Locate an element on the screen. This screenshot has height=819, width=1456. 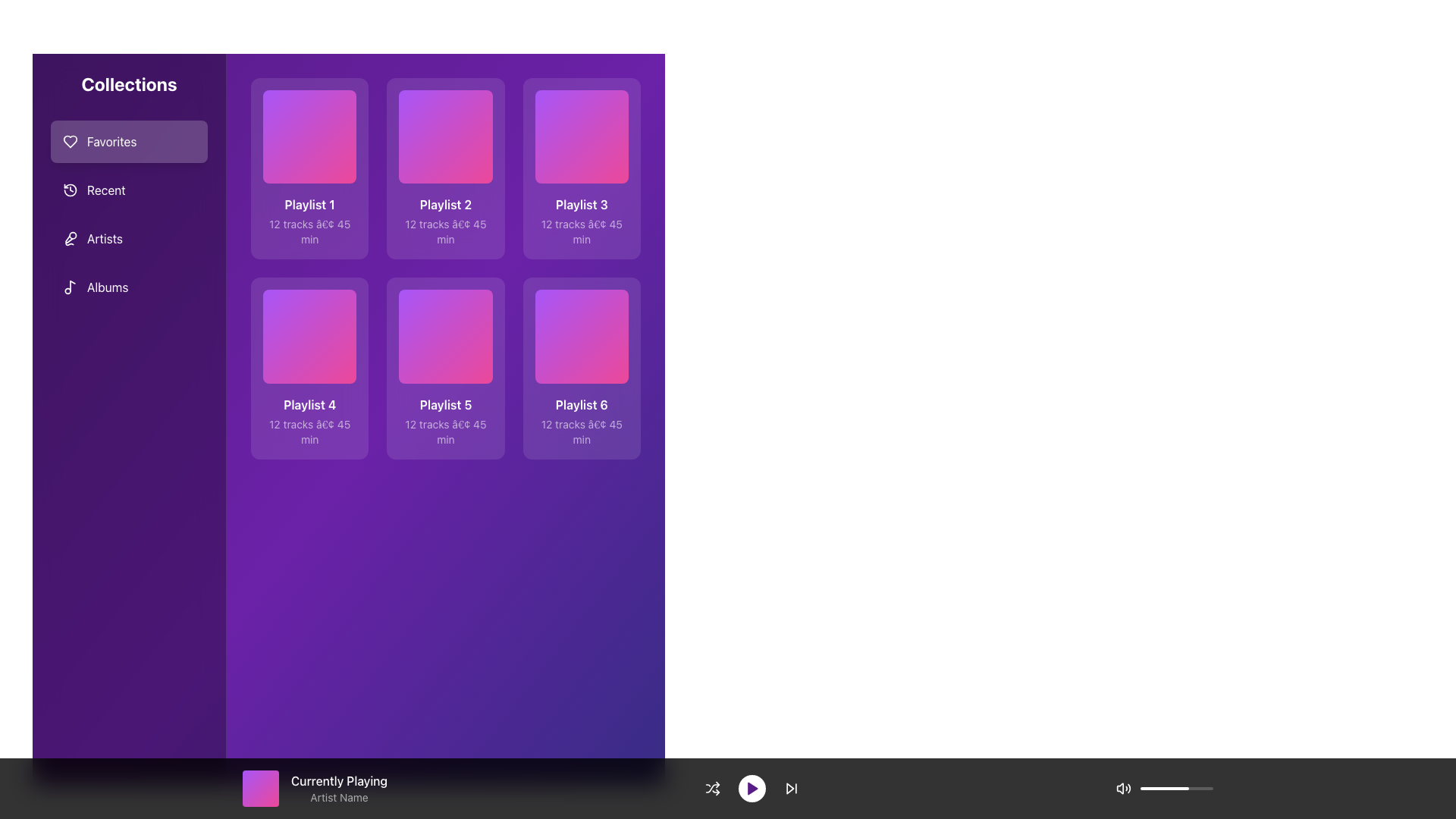
the label displaying '12 tracks • 45 min' located within the 'Playlist 2' card, positioned below the title 'Playlist 2' is located at coordinates (444, 232).